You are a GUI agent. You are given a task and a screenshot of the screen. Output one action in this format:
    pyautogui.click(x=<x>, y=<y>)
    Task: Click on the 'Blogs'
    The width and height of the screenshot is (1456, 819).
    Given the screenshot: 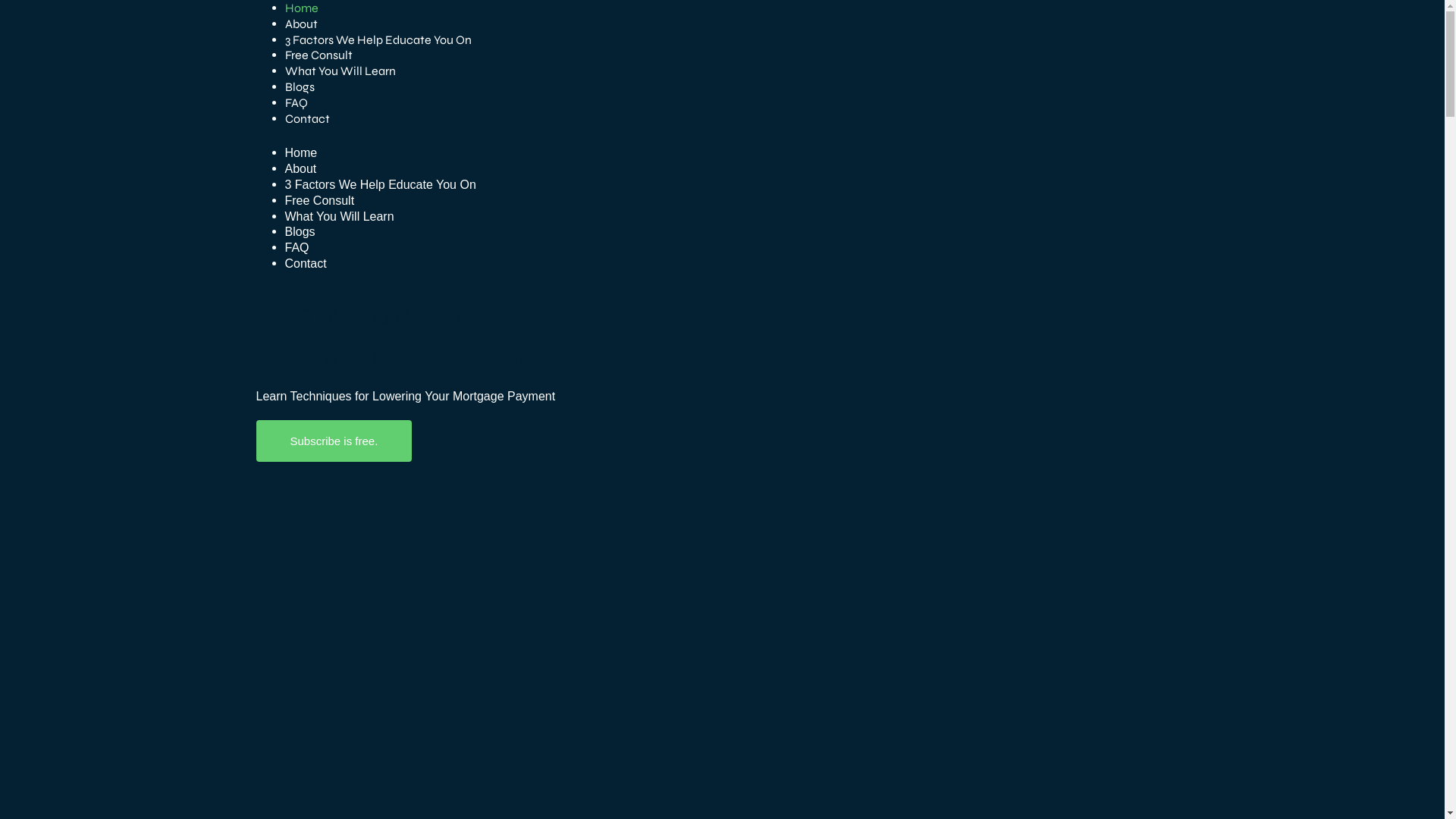 What is the action you would take?
    pyautogui.click(x=300, y=86)
    